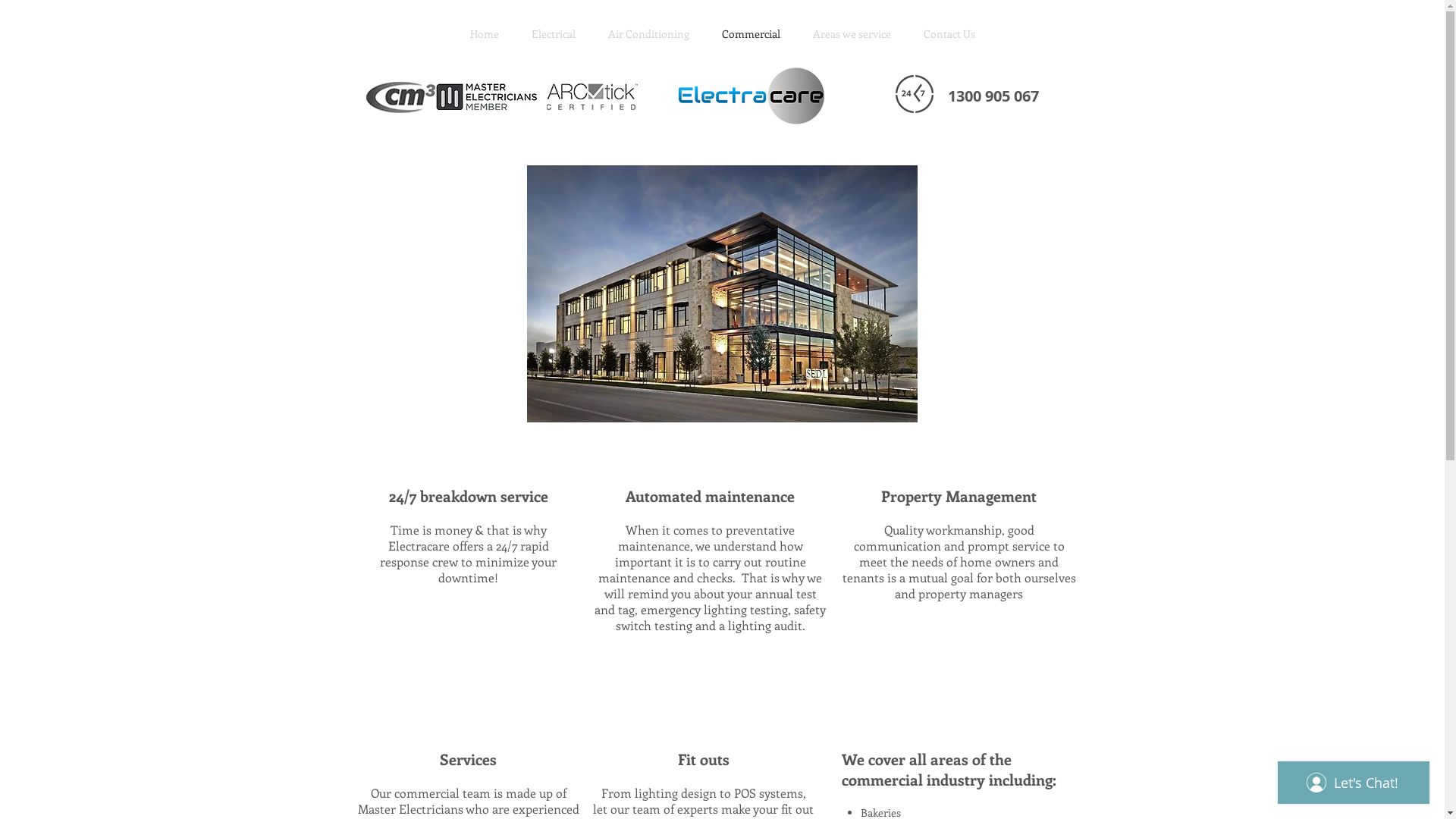 The height and width of the screenshot is (819, 1456). I want to click on 'Contact Us', so click(906, 34).